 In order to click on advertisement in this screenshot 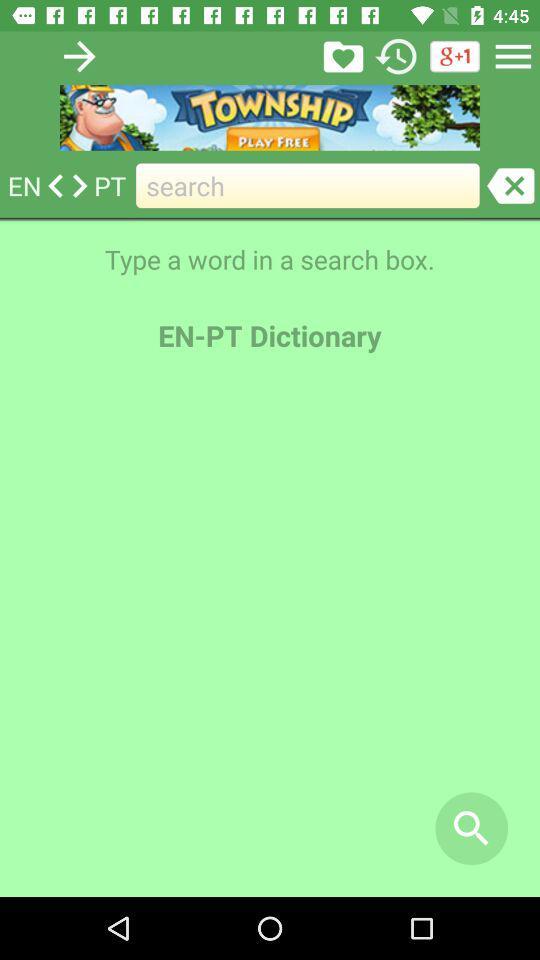, I will do `click(270, 117)`.